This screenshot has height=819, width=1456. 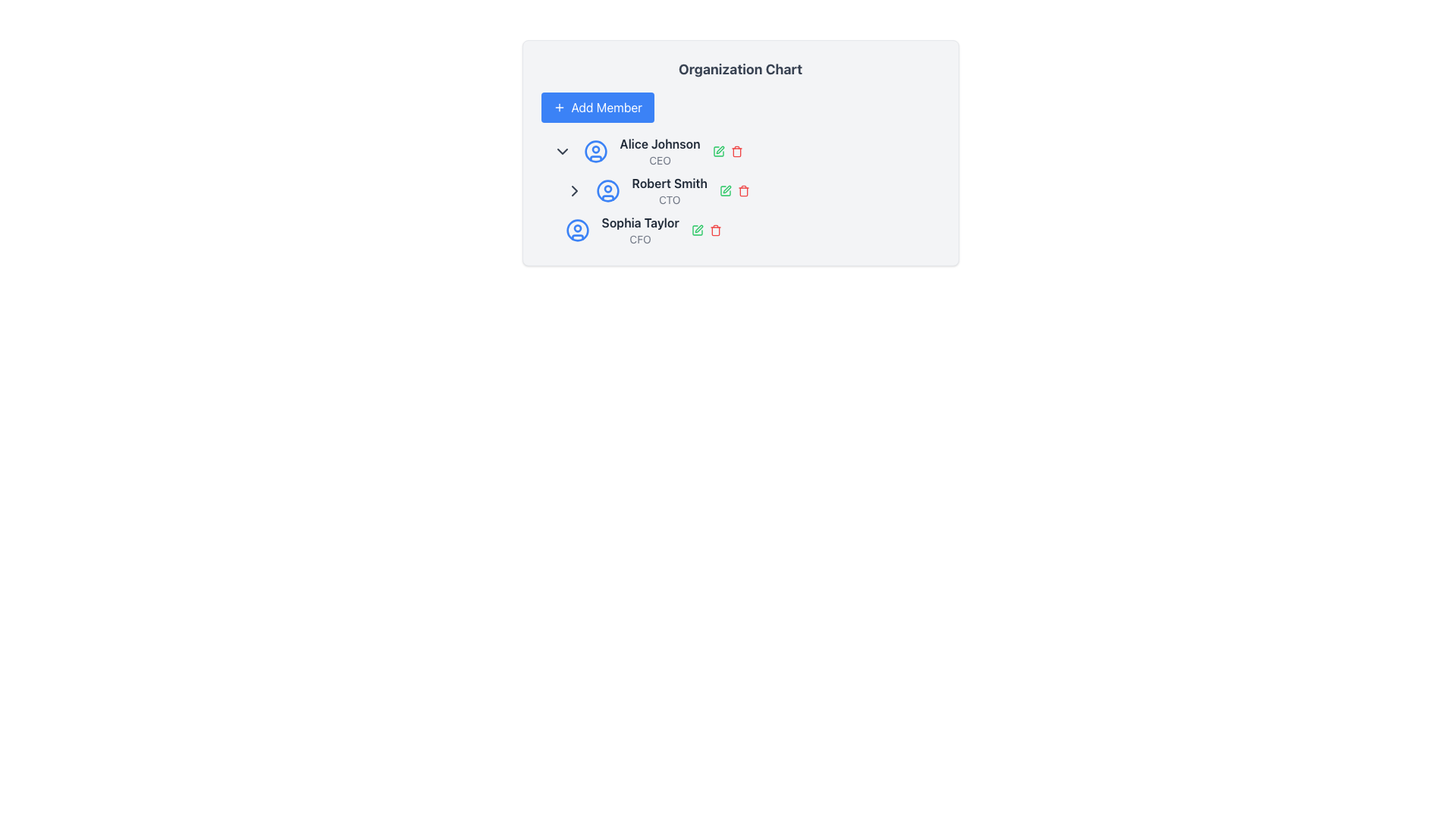 What do you see at coordinates (660, 152) in the screenshot?
I see `the Text Display element showing 'Alice Johnson' and 'CEO', which is centrally aligned and located under the 'Organization Chart' heading` at bounding box center [660, 152].